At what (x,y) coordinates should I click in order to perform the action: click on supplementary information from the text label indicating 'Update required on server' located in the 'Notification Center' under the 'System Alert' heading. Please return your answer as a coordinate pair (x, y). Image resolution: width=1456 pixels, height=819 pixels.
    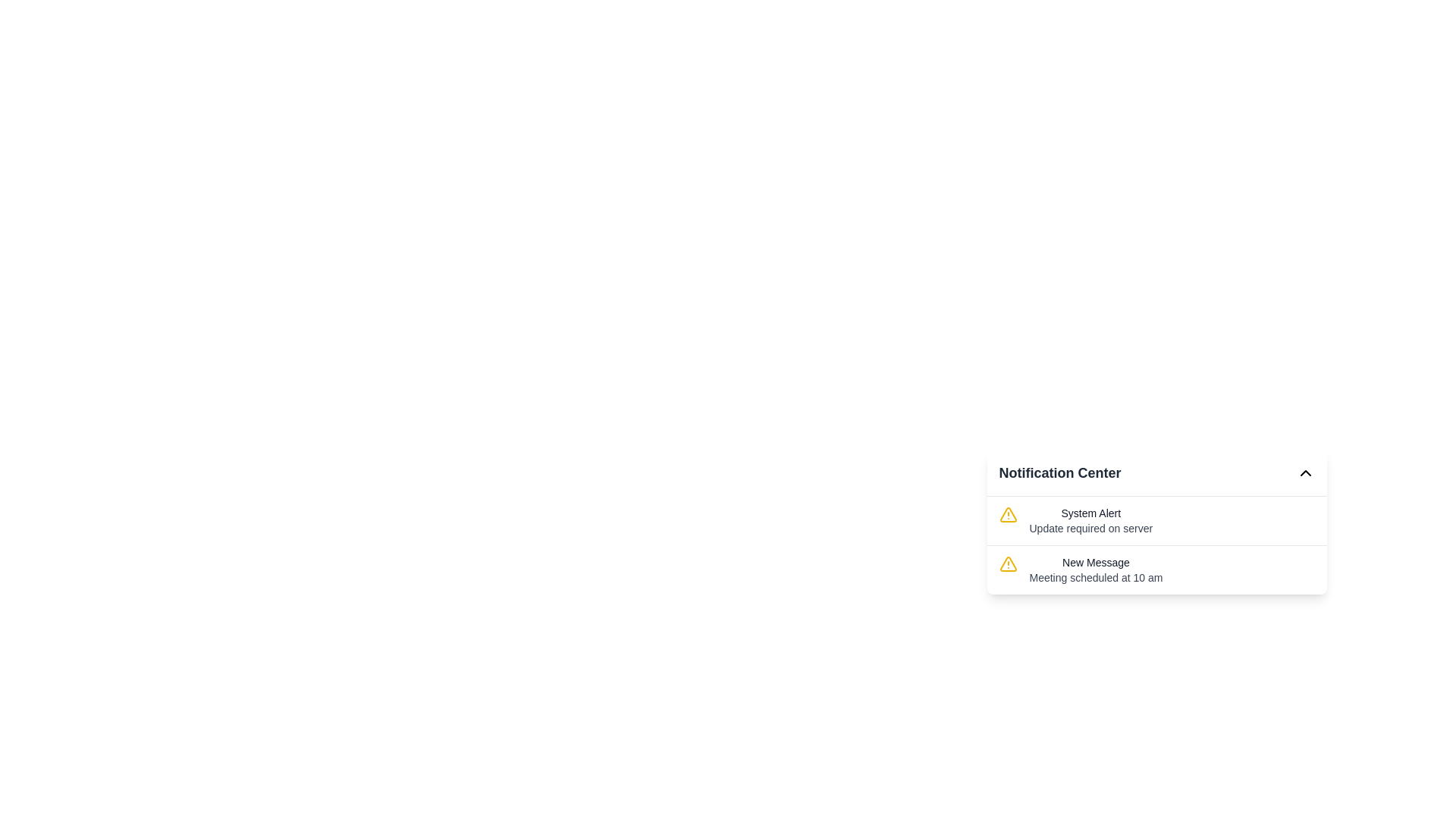
    Looking at the image, I should click on (1090, 528).